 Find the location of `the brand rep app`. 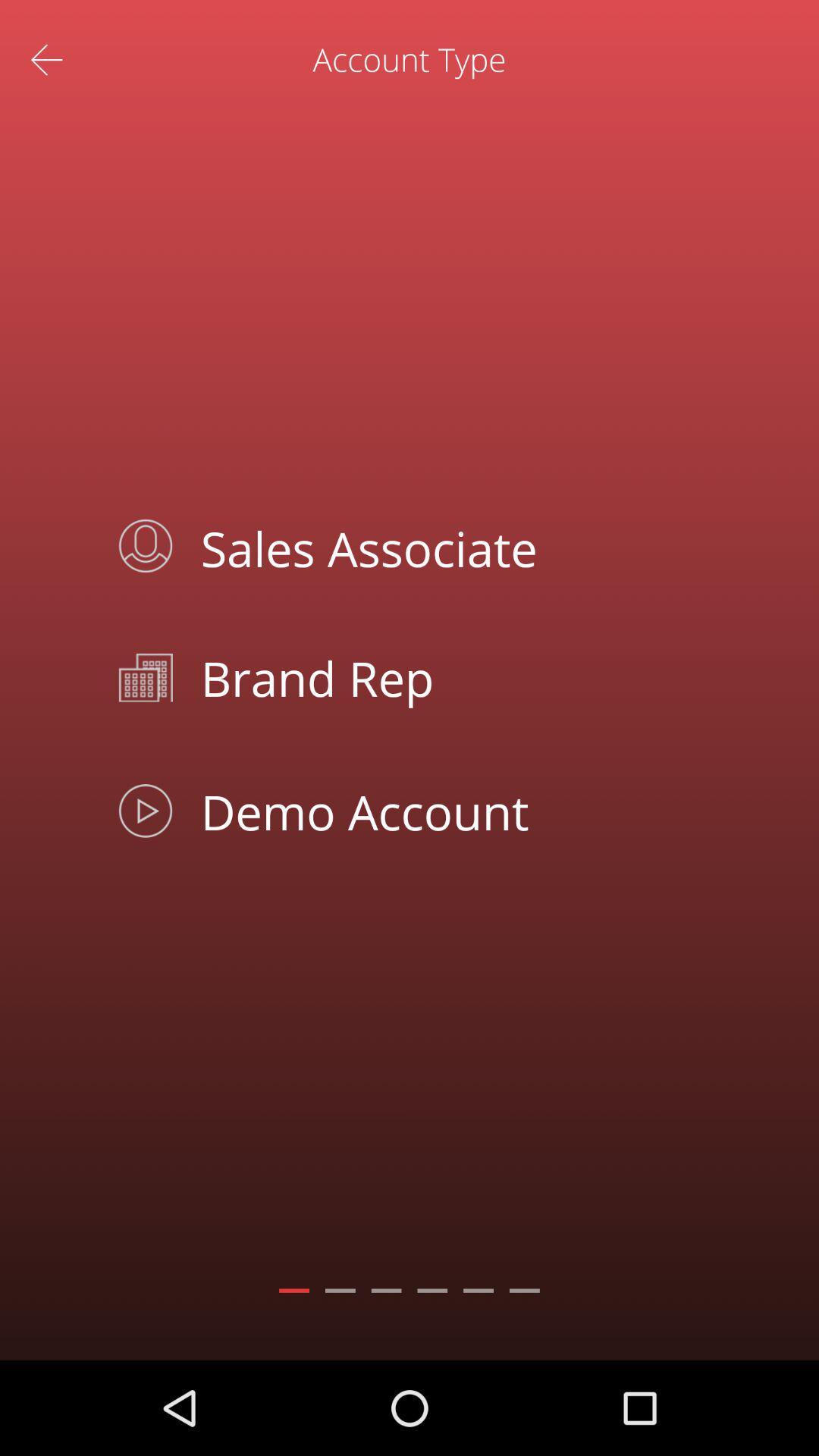

the brand rep app is located at coordinates (444, 676).